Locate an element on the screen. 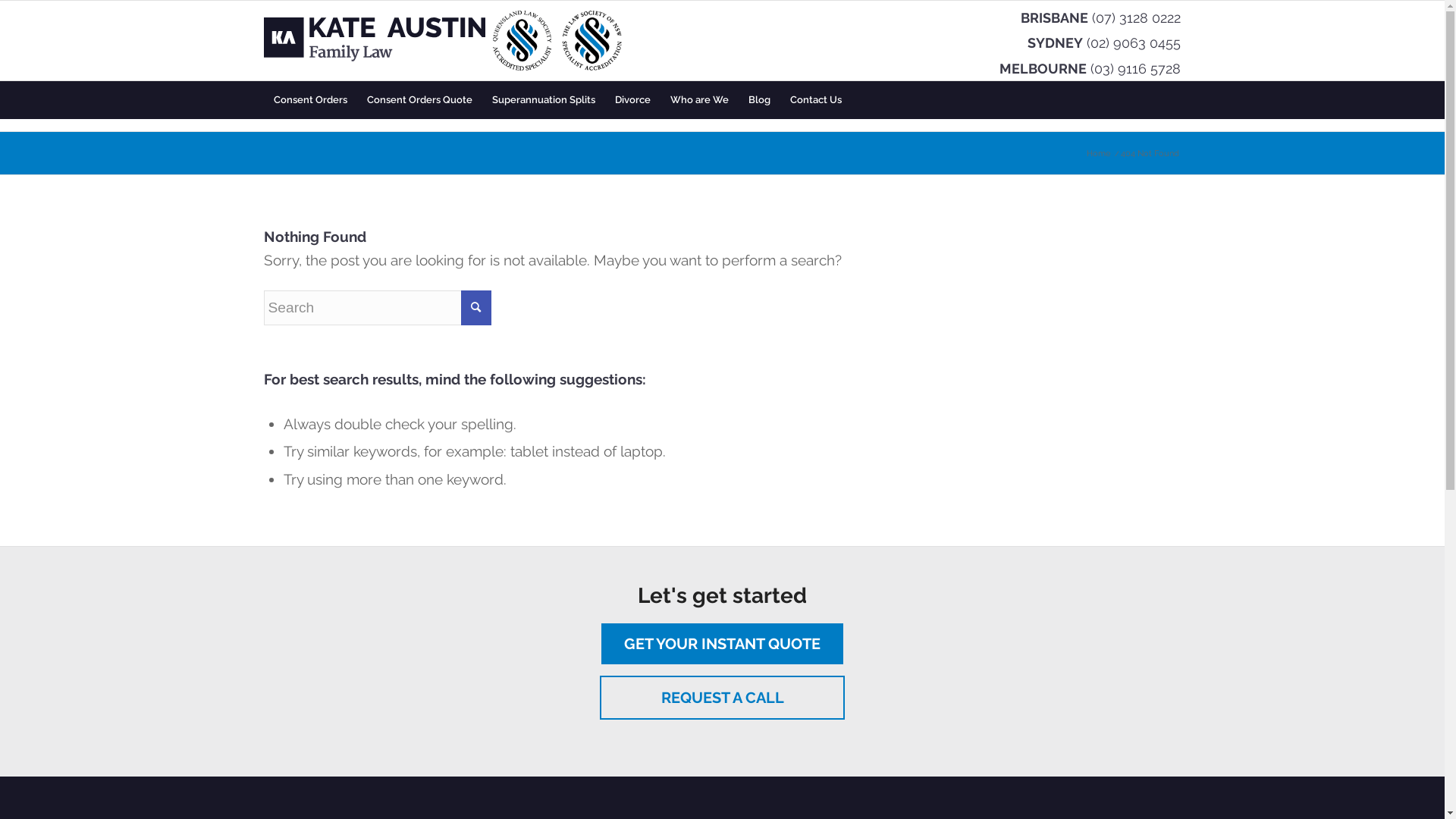  'BRISBANE (07) 3128 0222' is located at coordinates (1100, 17).